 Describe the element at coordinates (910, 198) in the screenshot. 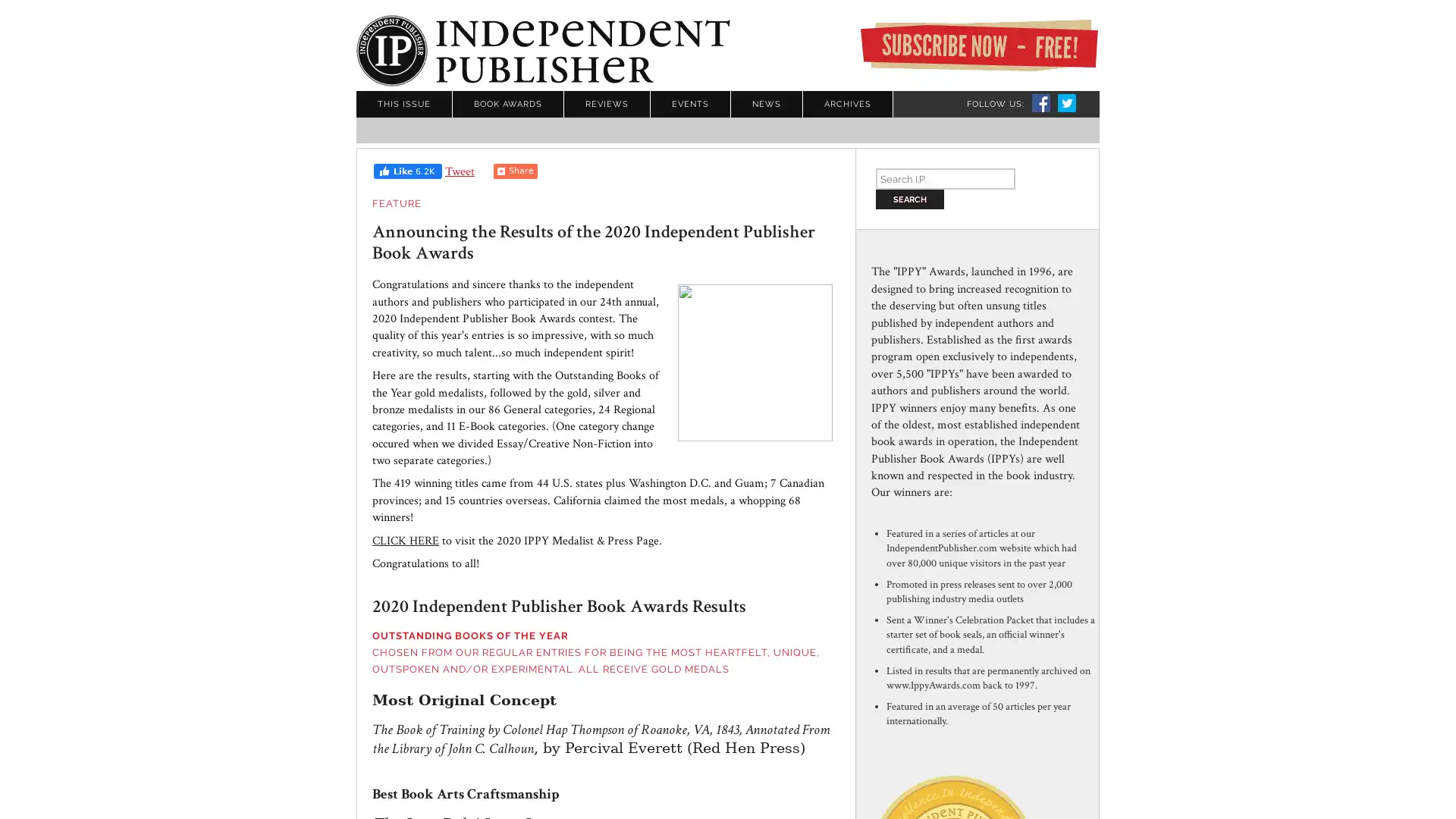

I see `Search` at that location.